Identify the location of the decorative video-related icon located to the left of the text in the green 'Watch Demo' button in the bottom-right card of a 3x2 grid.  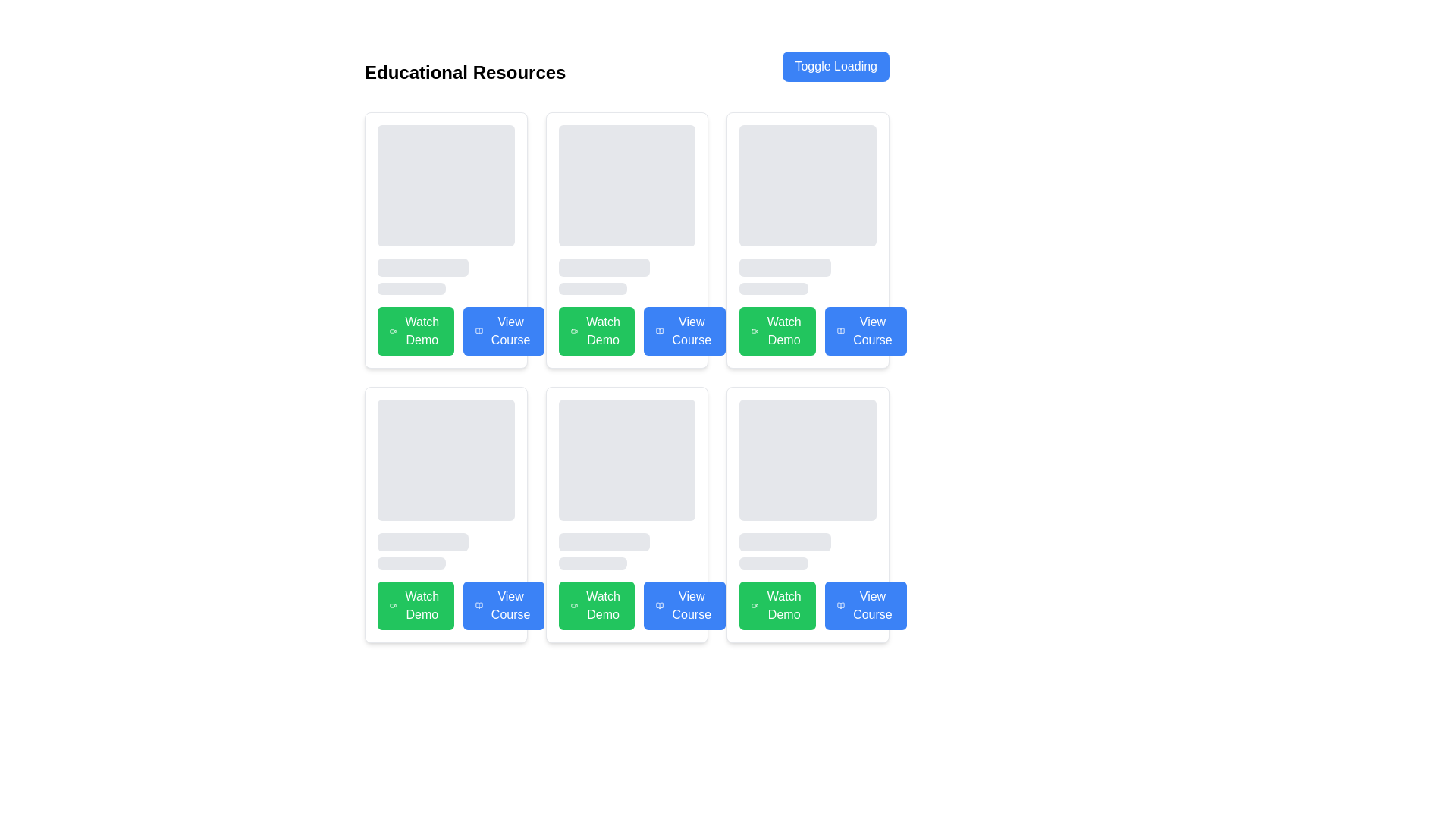
(755, 604).